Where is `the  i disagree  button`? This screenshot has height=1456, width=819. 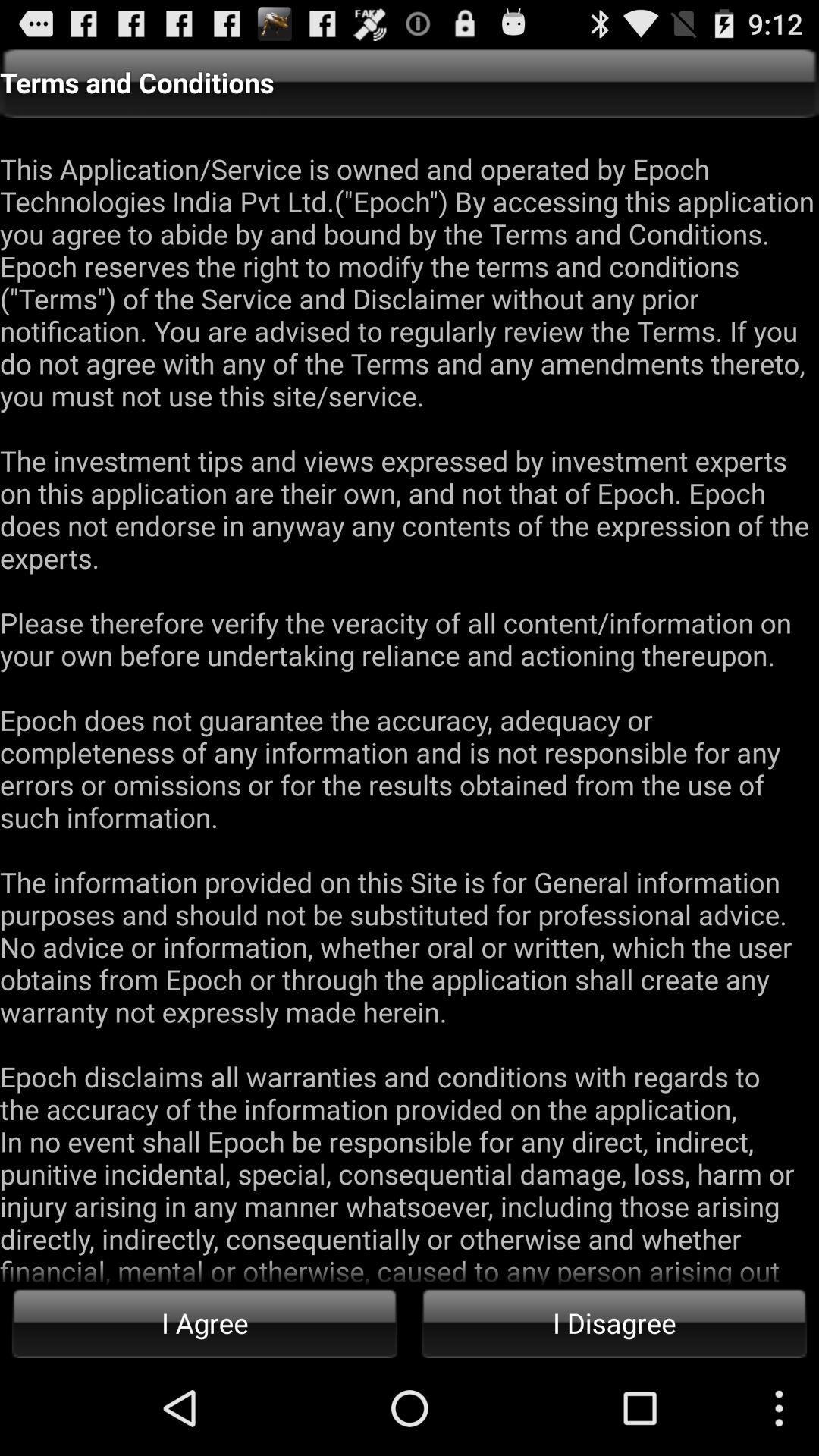
the  i disagree  button is located at coordinates (614, 1322).